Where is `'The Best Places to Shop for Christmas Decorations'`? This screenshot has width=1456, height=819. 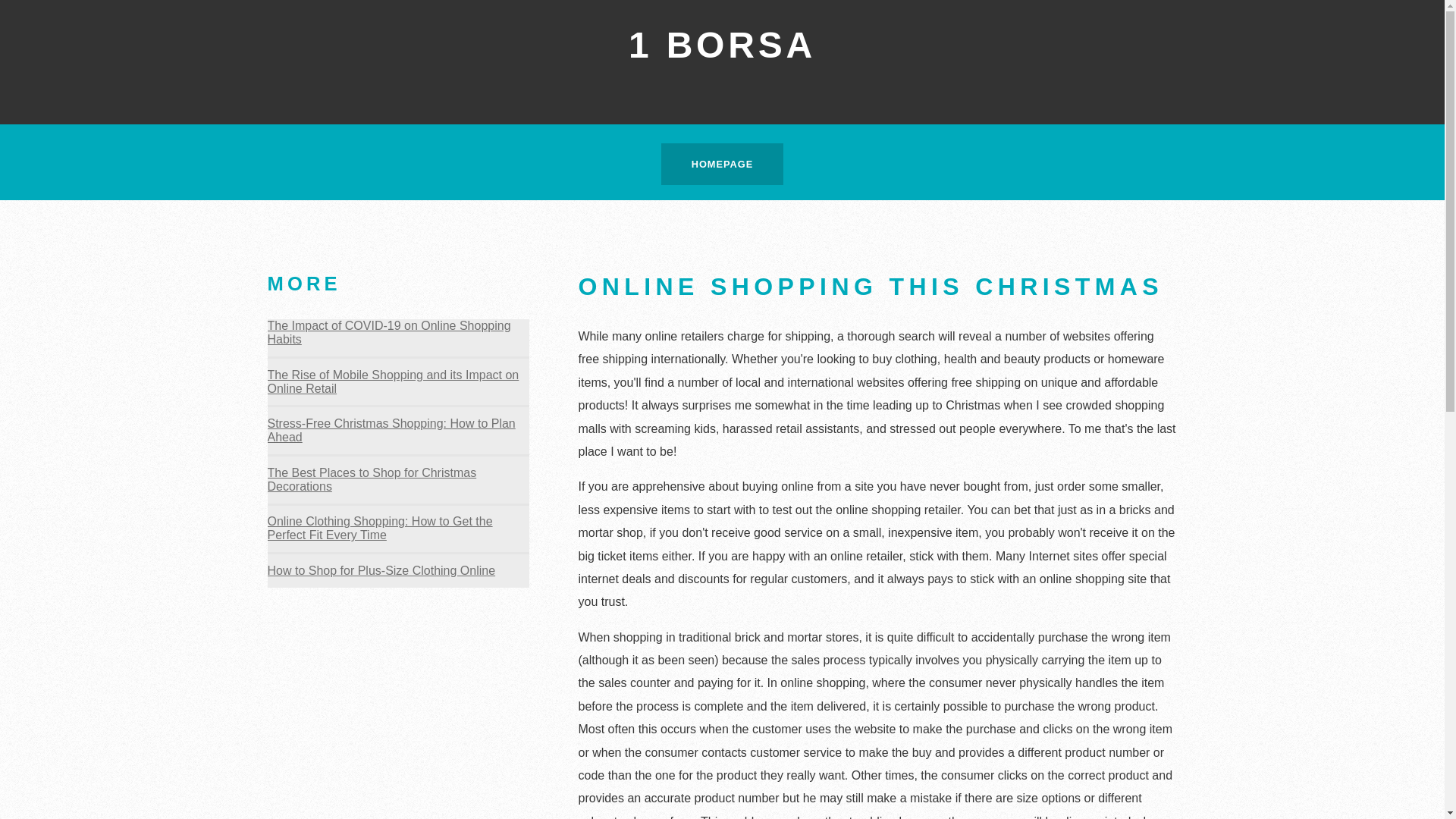 'The Best Places to Shop for Christmas Decorations' is located at coordinates (266, 479).